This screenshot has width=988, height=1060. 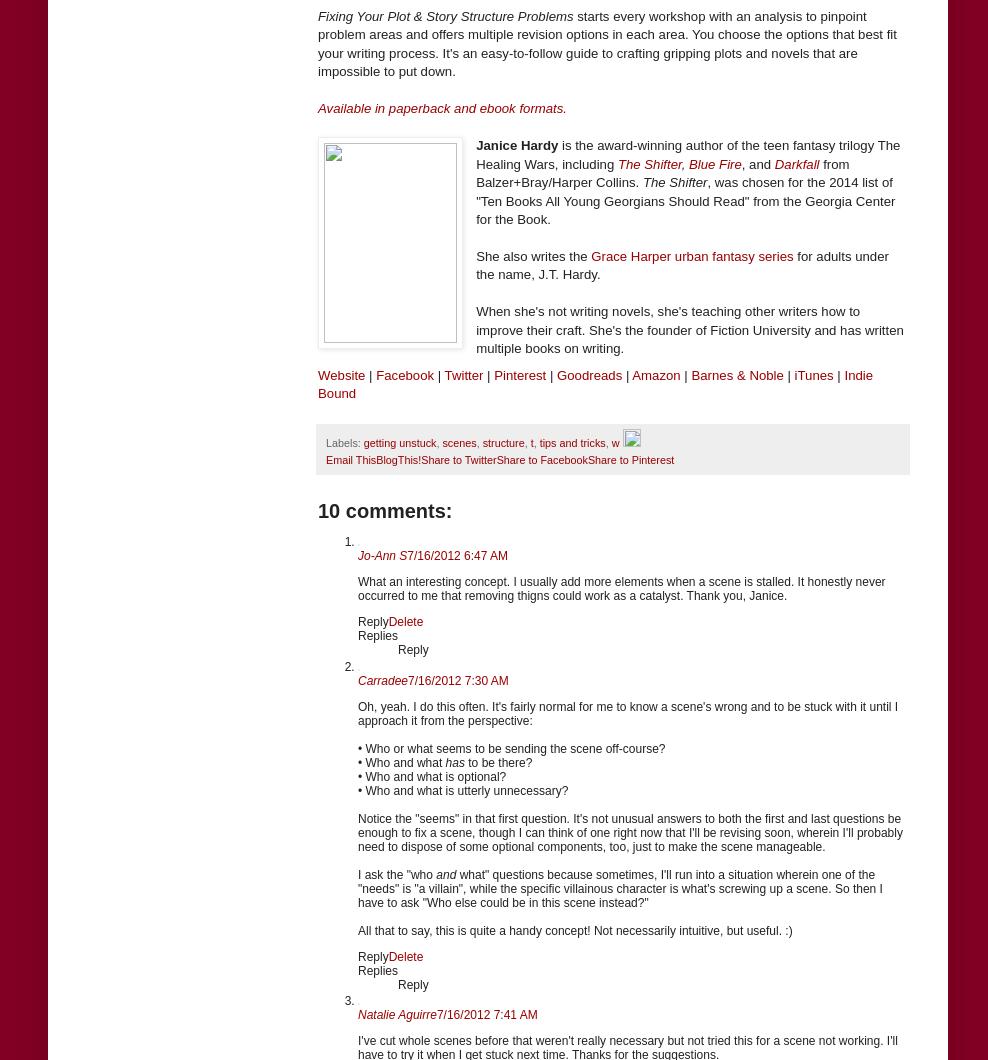 I want to click on 'tips and tricks', so click(x=537, y=441).